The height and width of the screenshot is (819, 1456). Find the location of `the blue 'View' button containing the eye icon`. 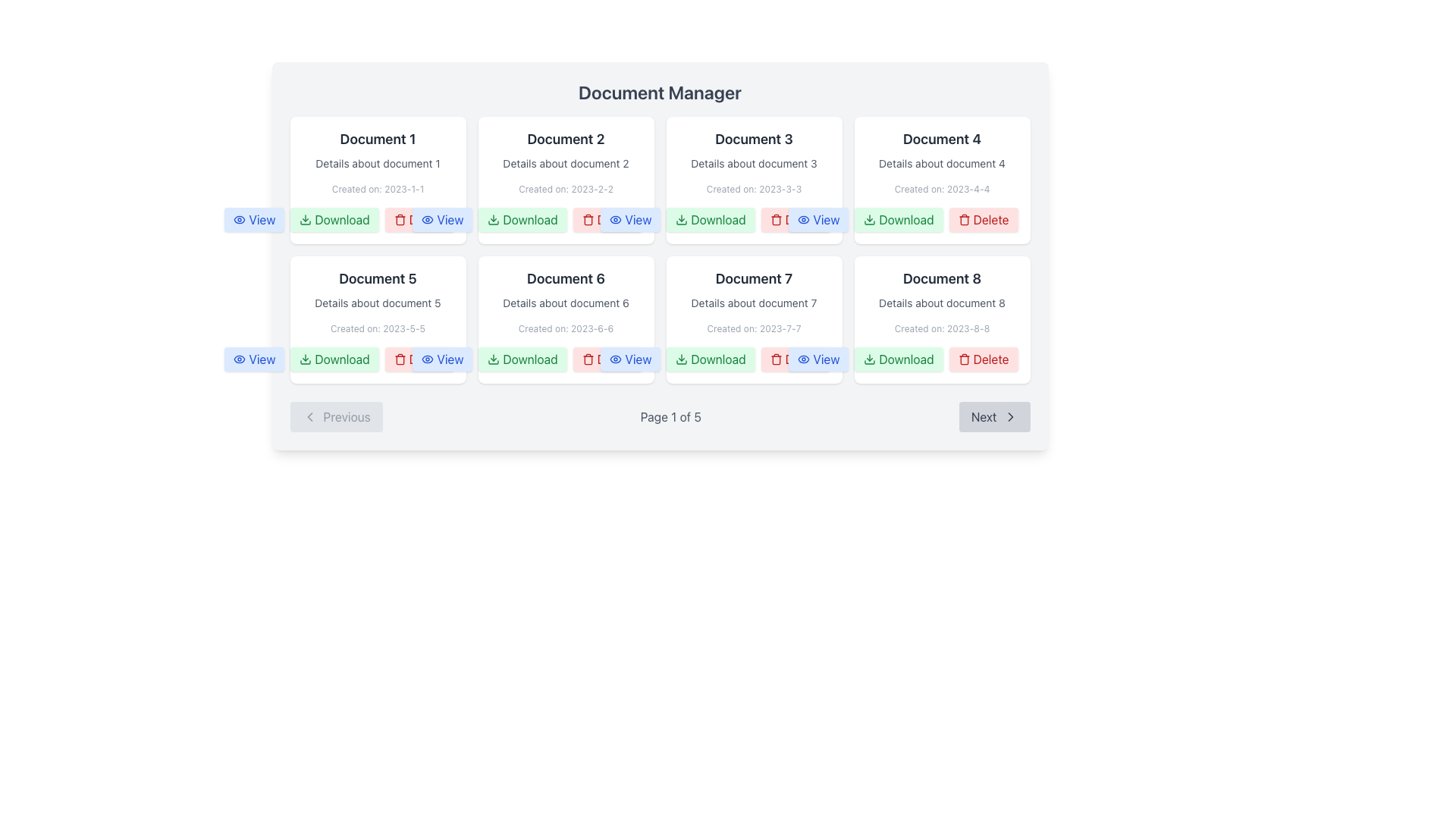

the blue 'View' button containing the eye icon is located at coordinates (239, 219).